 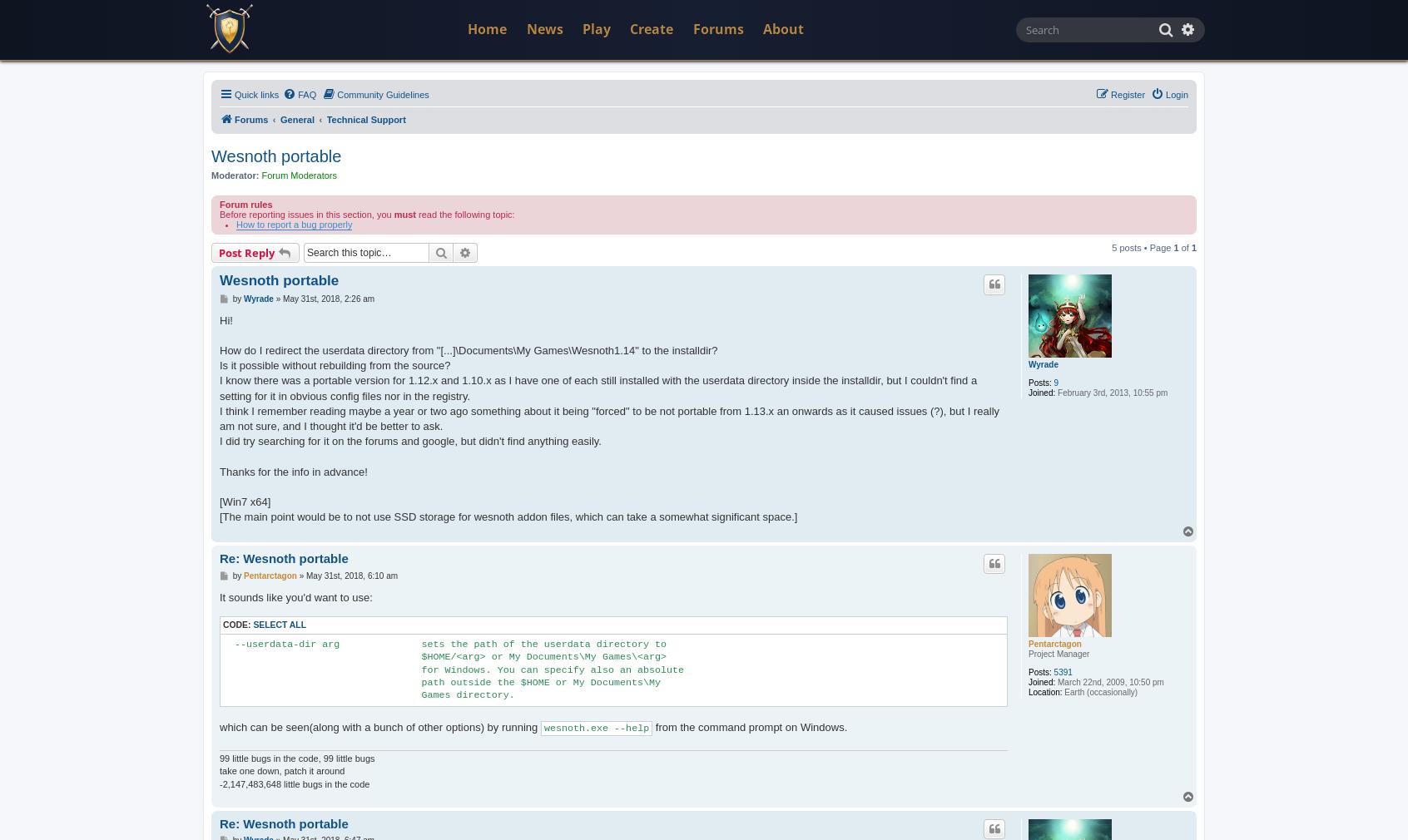 What do you see at coordinates (1044, 692) in the screenshot?
I see `'Location:'` at bounding box center [1044, 692].